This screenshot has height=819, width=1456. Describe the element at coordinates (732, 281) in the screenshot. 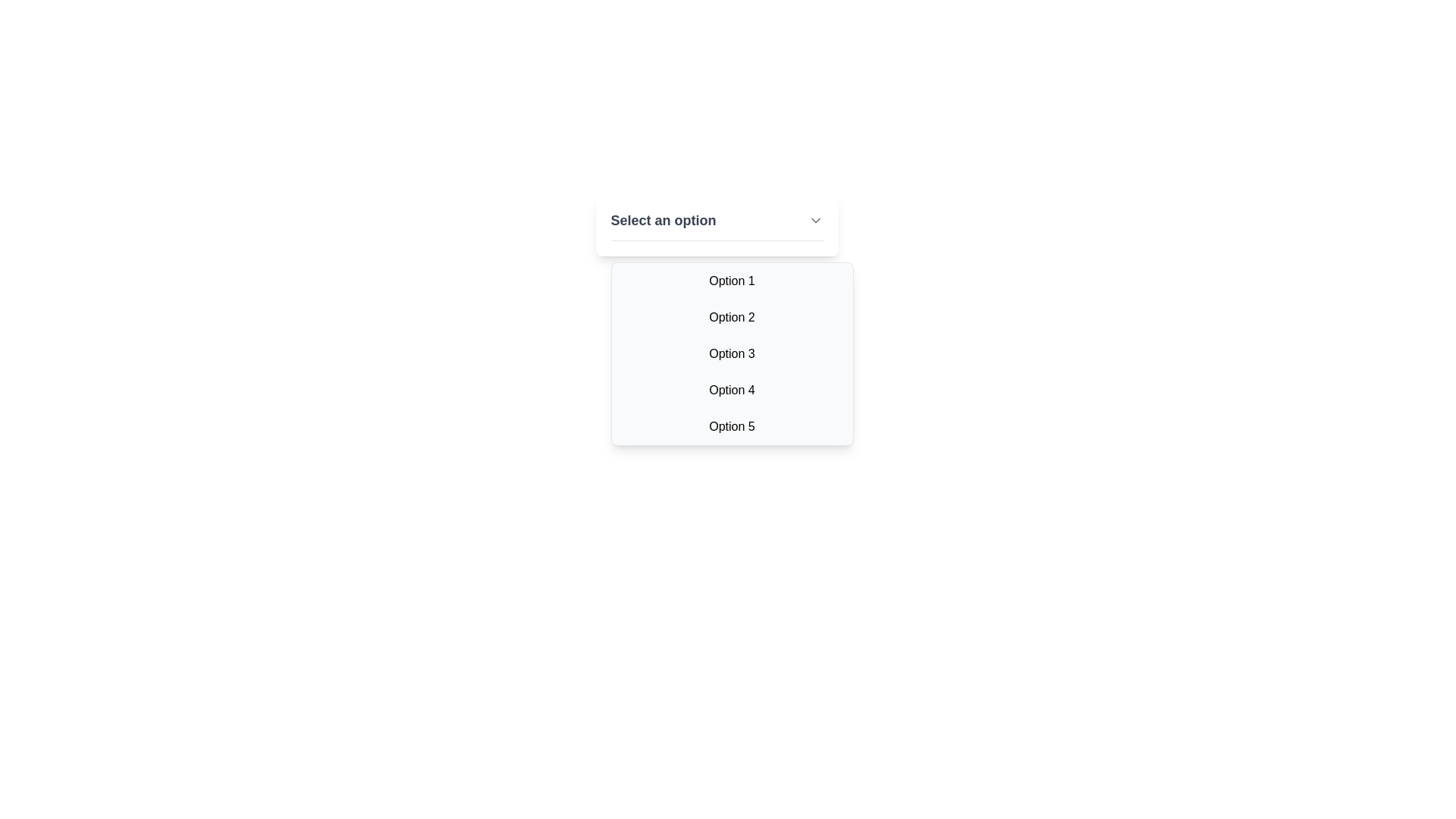

I see `the first item in the dropdown menu labeled 'Option 1', which is located beneath the dropdown trigger 'Select an option'` at that location.